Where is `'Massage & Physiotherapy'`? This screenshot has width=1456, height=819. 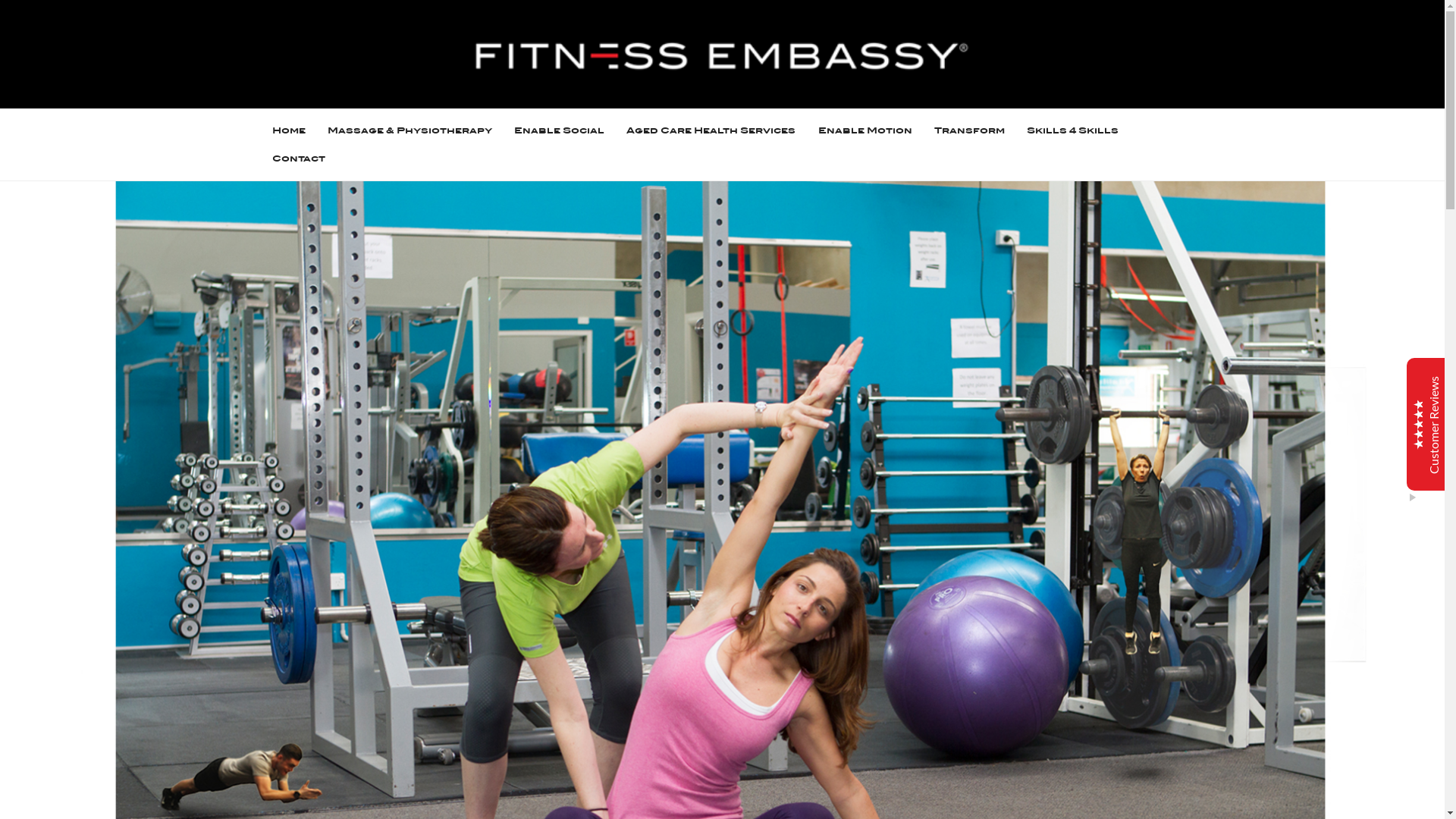 'Massage & Physiotherapy' is located at coordinates (409, 130).